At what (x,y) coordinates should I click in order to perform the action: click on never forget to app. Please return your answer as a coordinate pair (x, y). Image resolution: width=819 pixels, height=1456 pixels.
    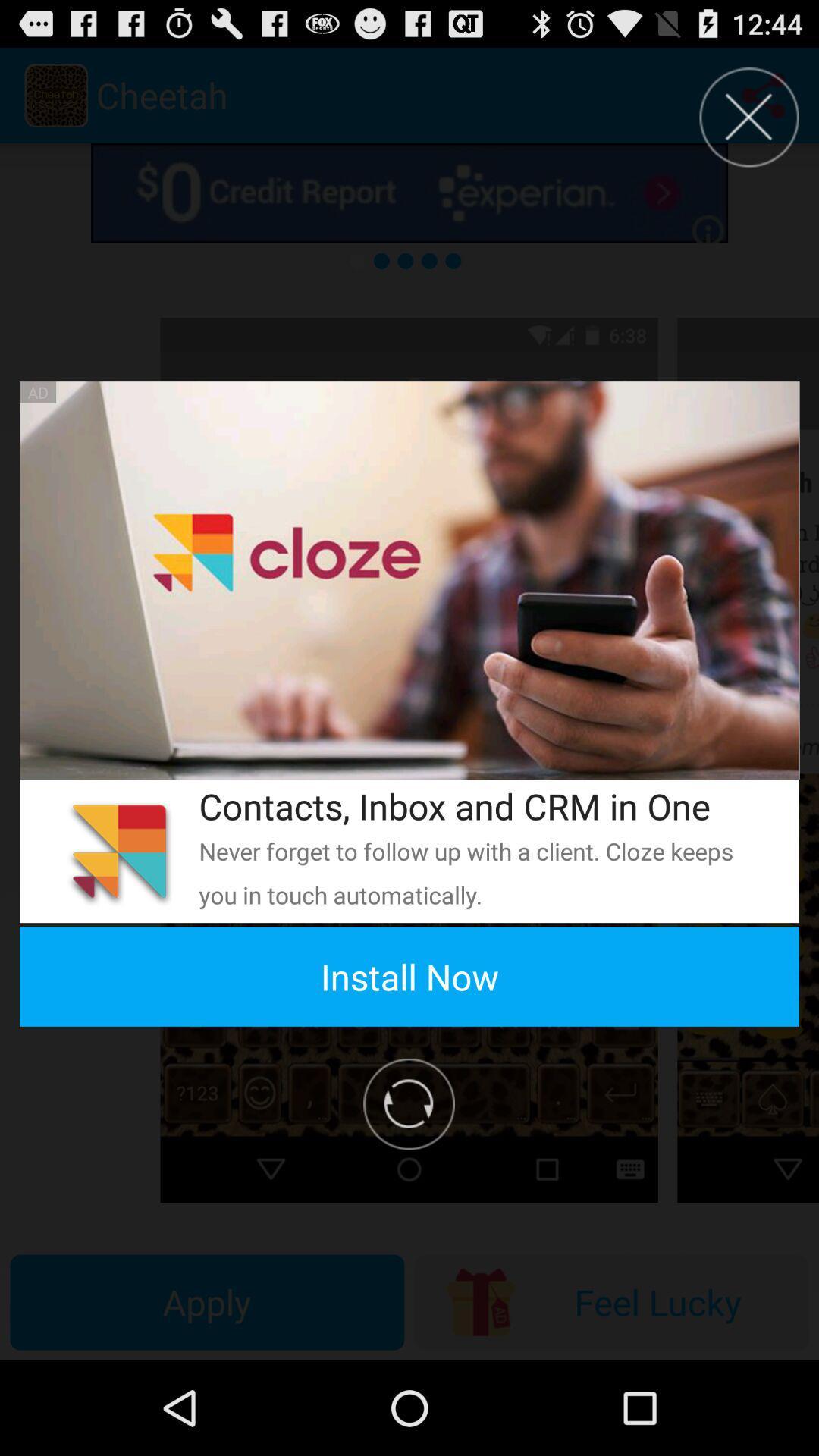
    Looking at the image, I should click on (479, 873).